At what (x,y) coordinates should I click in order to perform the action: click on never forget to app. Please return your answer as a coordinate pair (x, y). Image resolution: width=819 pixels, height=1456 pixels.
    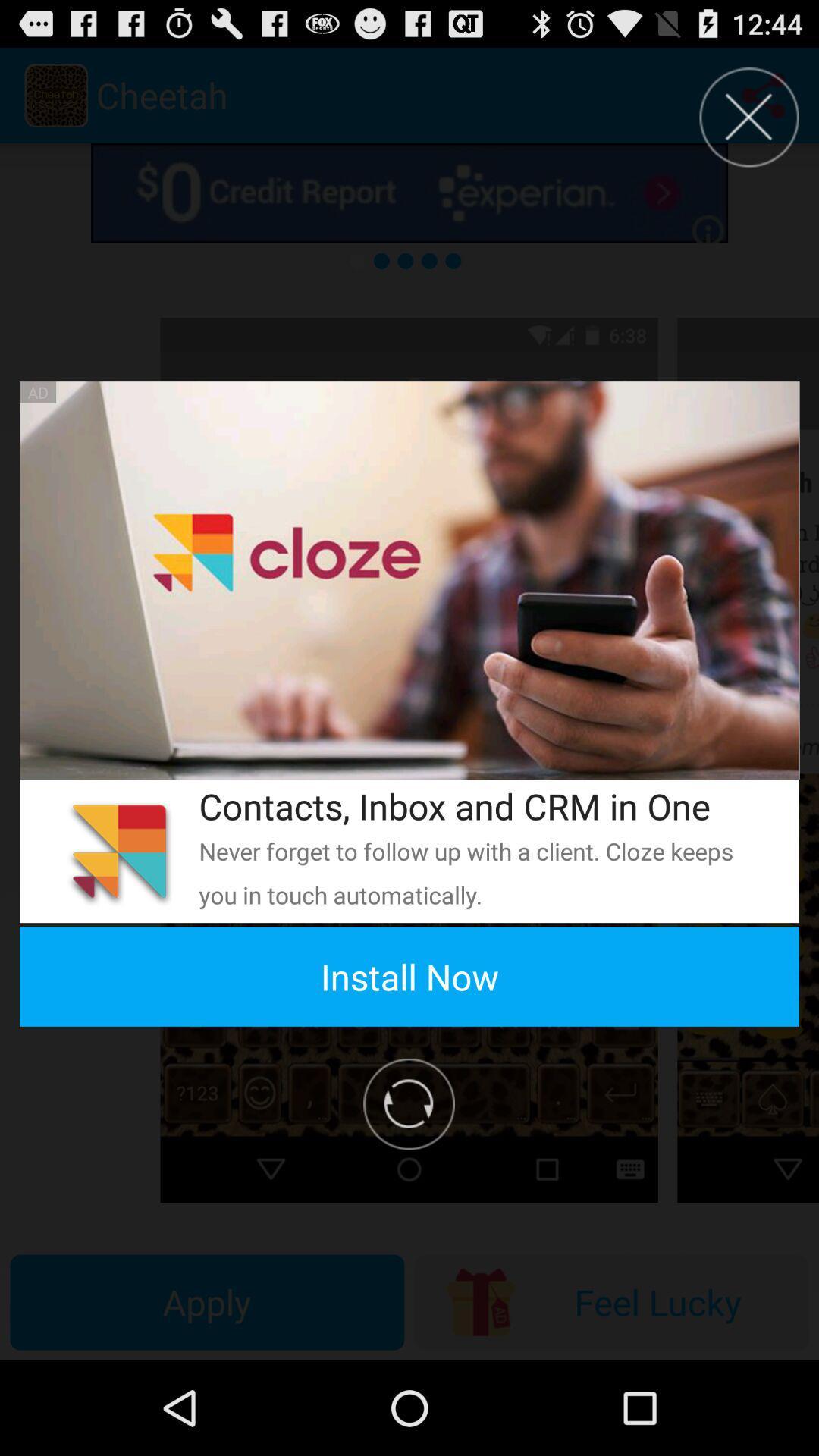
    Looking at the image, I should click on (479, 873).